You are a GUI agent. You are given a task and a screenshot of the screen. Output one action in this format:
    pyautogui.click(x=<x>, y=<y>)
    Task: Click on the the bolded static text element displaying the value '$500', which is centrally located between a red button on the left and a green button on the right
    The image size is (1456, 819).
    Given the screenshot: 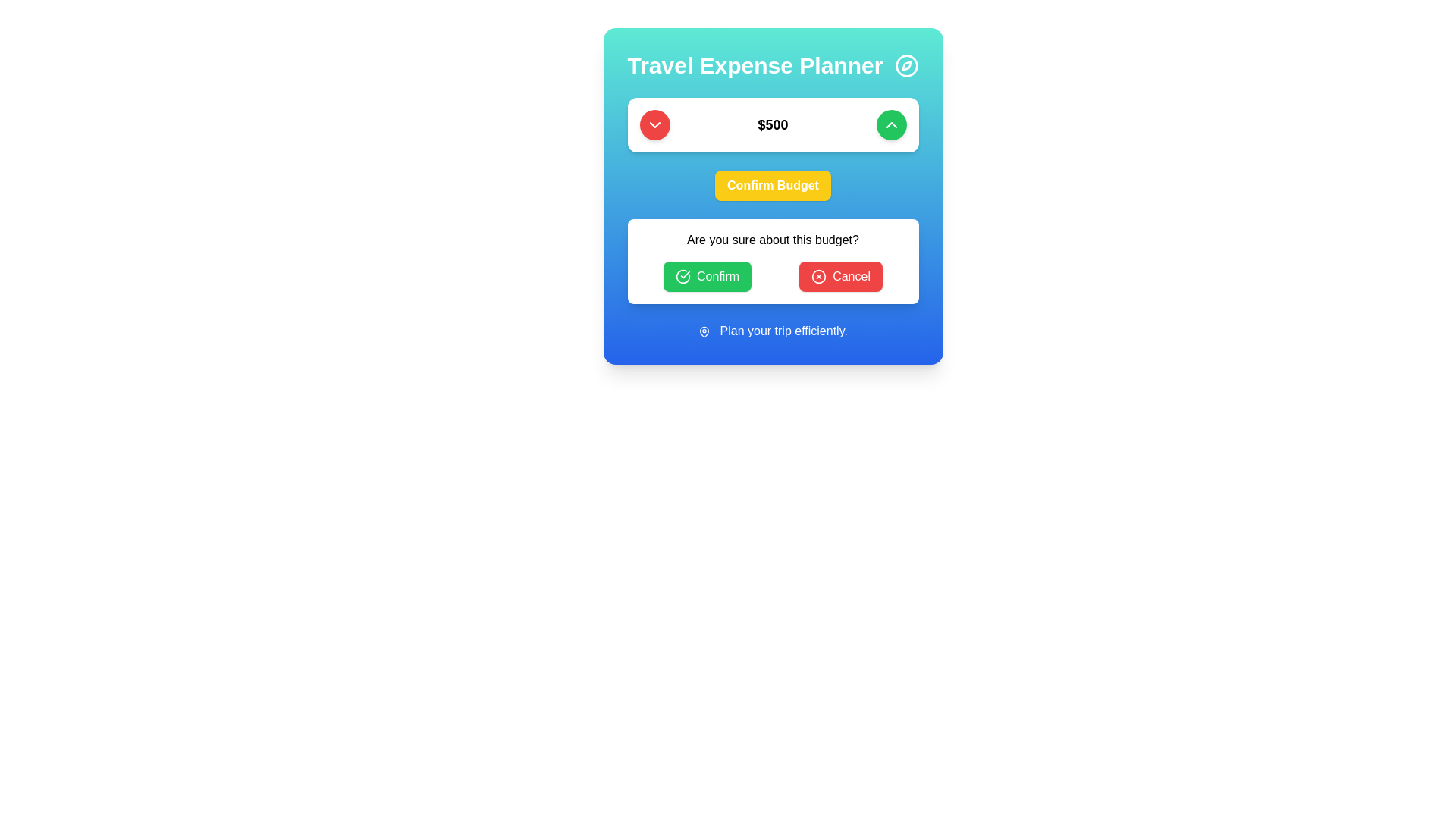 What is the action you would take?
    pyautogui.click(x=773, y=124)
    